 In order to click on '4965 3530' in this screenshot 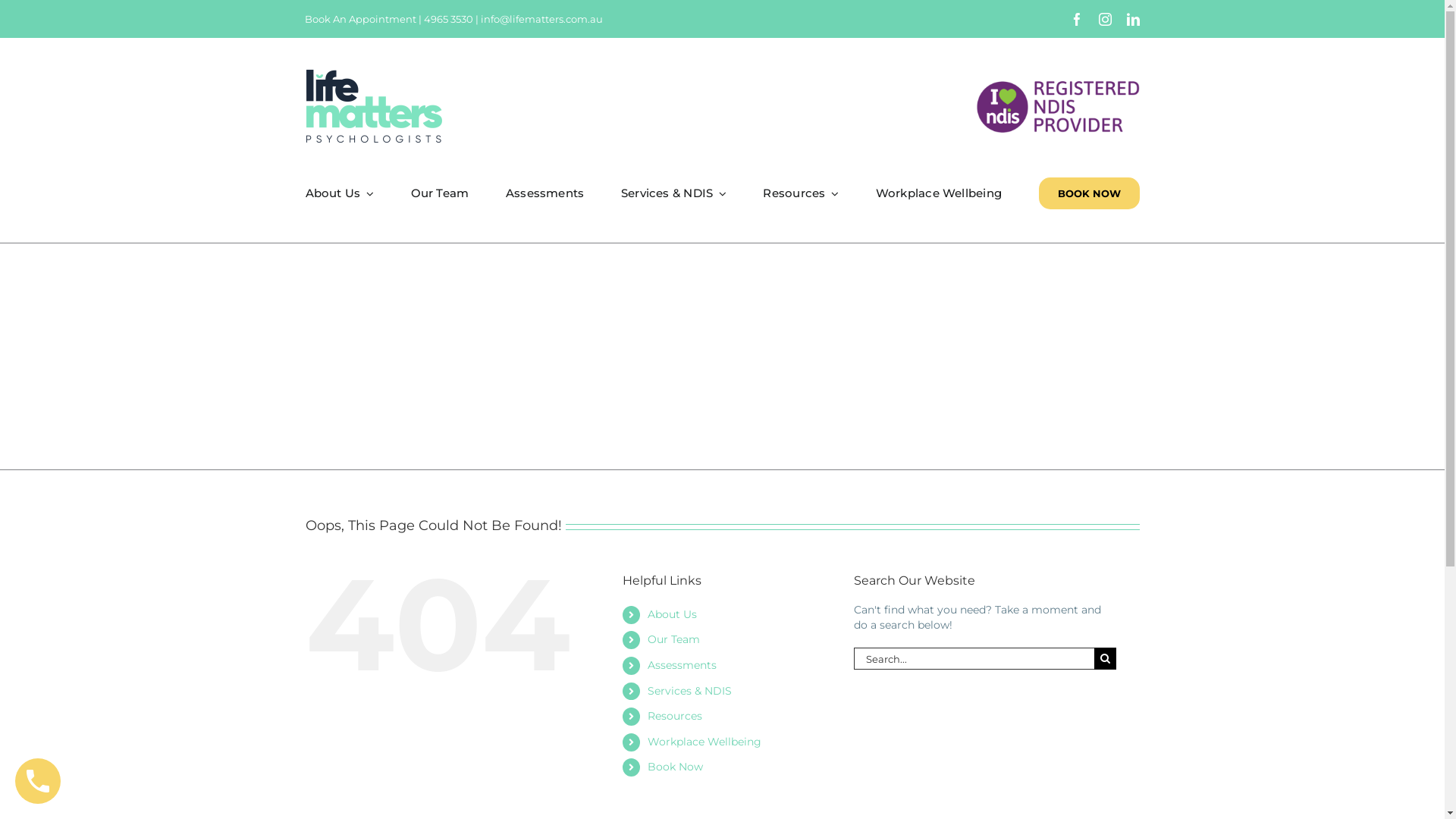, I will do `click(423, 18)`.